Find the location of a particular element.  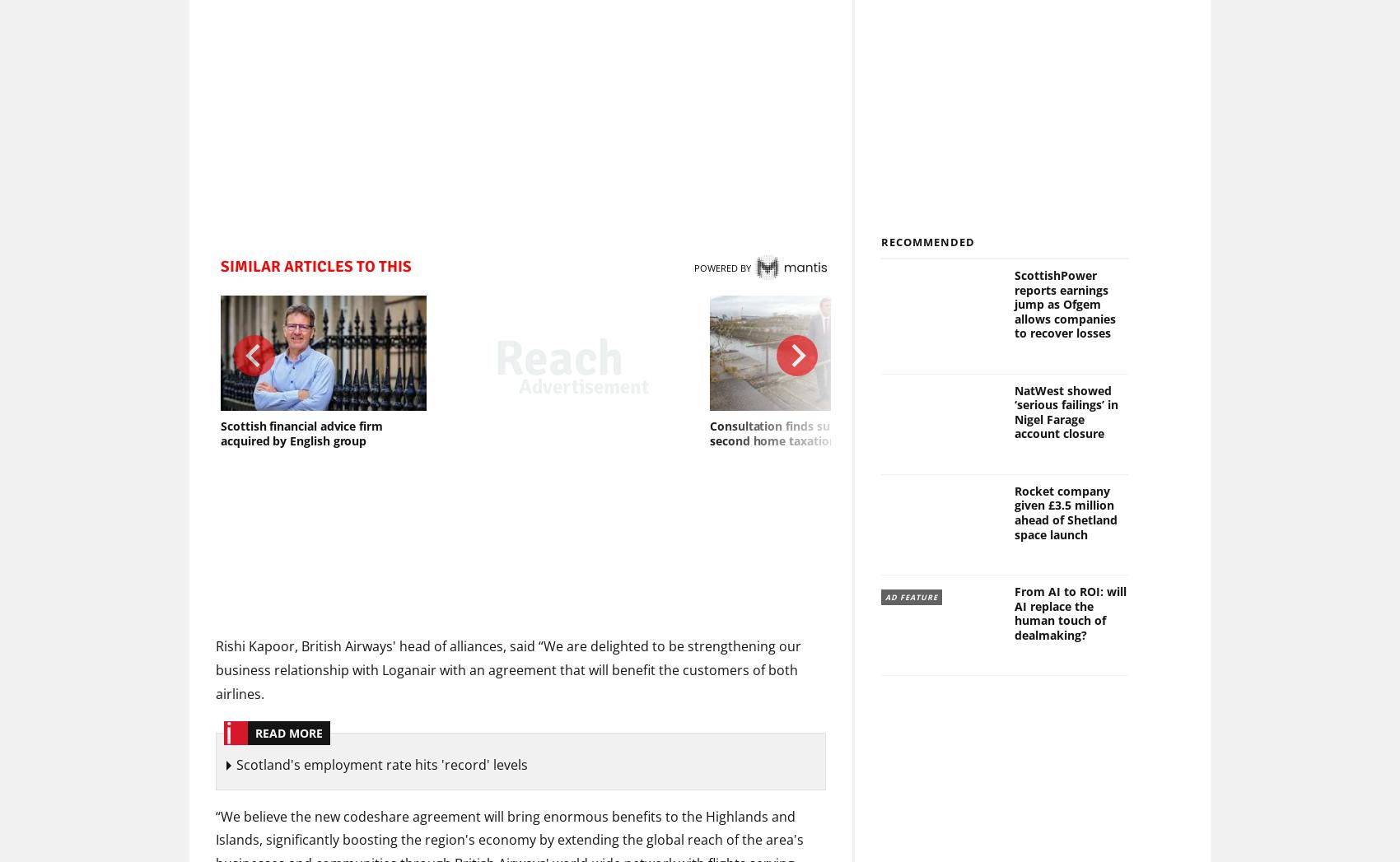

'Rishi Kapoor, British Airways' head of alliances, said “We are delighted to be strengthening our business relationship with Loganair with an agreement that will benefit the customers of both airlines.' is located at coordinates (507, 669).